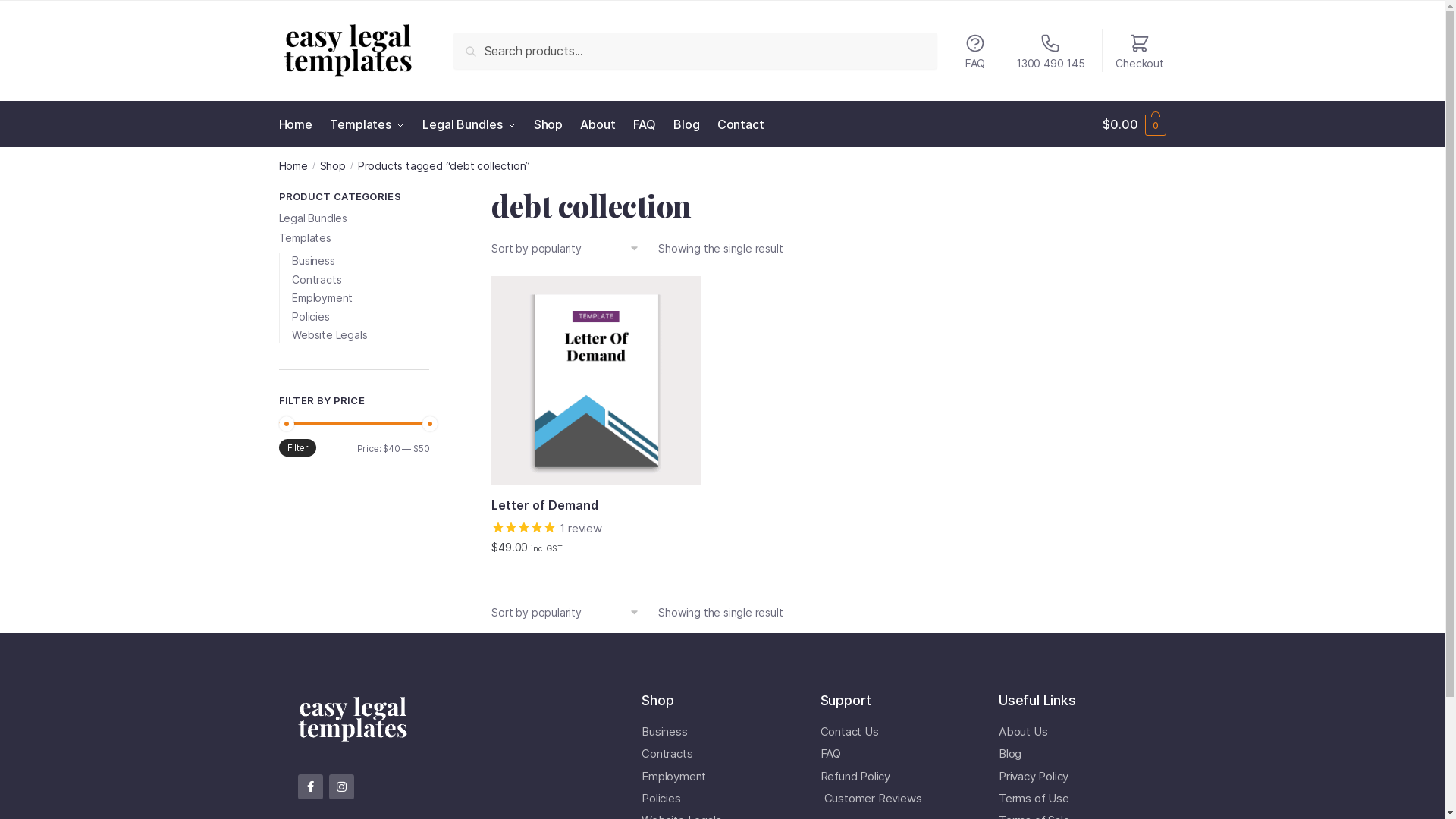 The image size is (1456, 819). Describe the element at coordinates (299, 124) in the screenshot. I see `'Home'` at that location.